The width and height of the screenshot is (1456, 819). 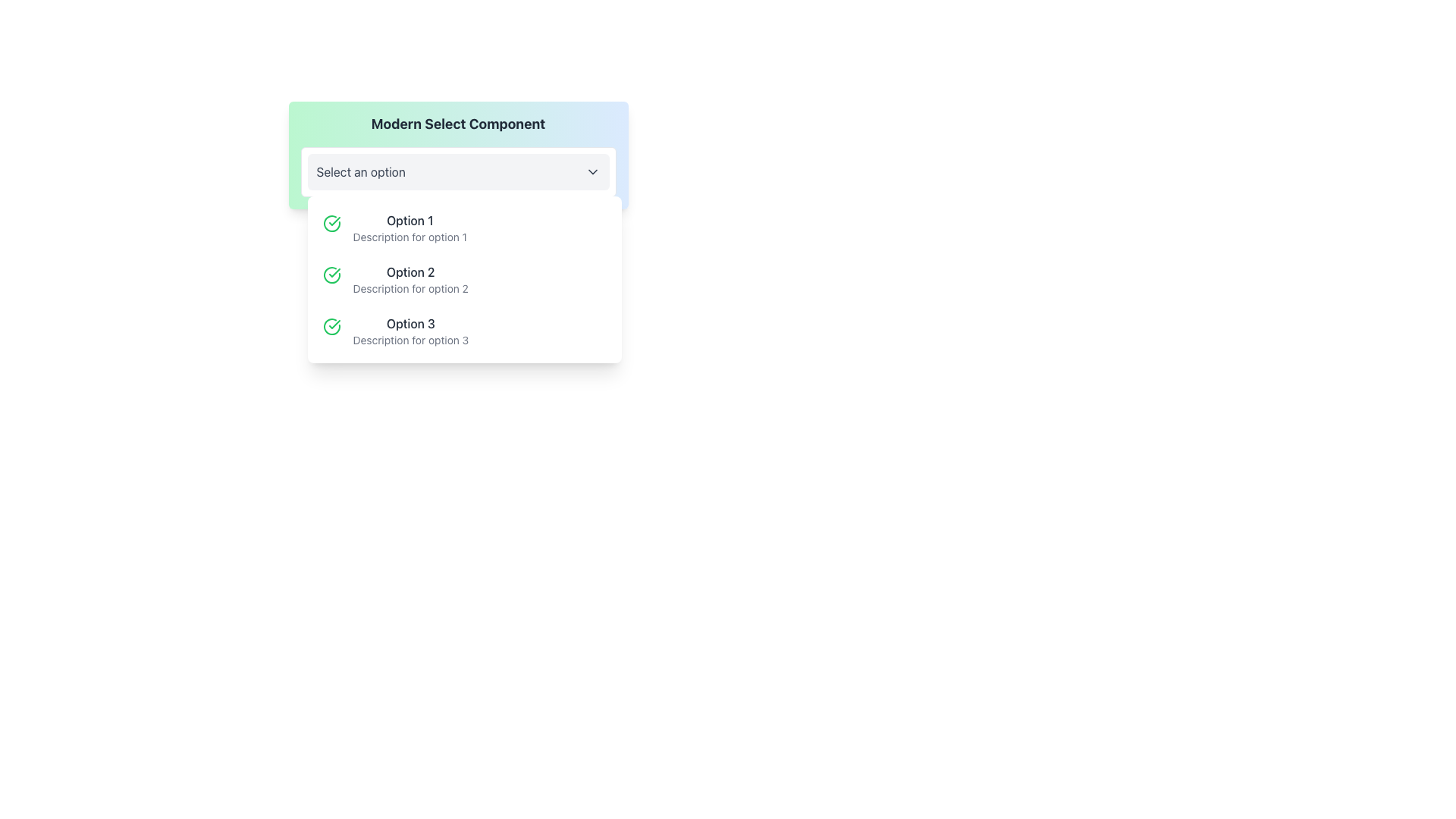 I want to click on the second option in the dropdown menu labeled 'Select an option', so click(x=463, y=280).